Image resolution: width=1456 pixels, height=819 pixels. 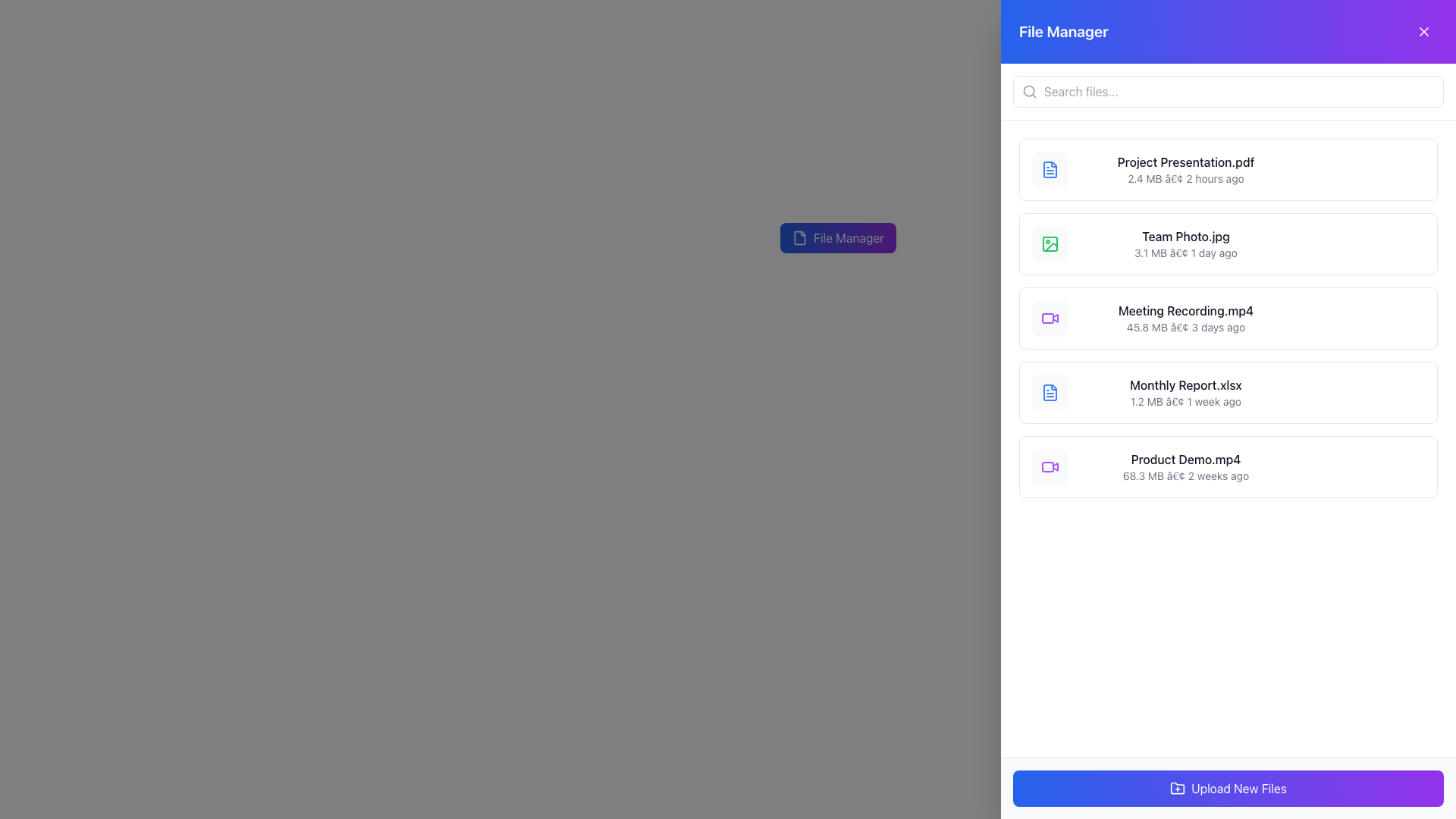 I want to click on the first circular 'Share' button, which has a bordered outline and a symbol of three connected nodes, located, so click(x=1316, y=391).